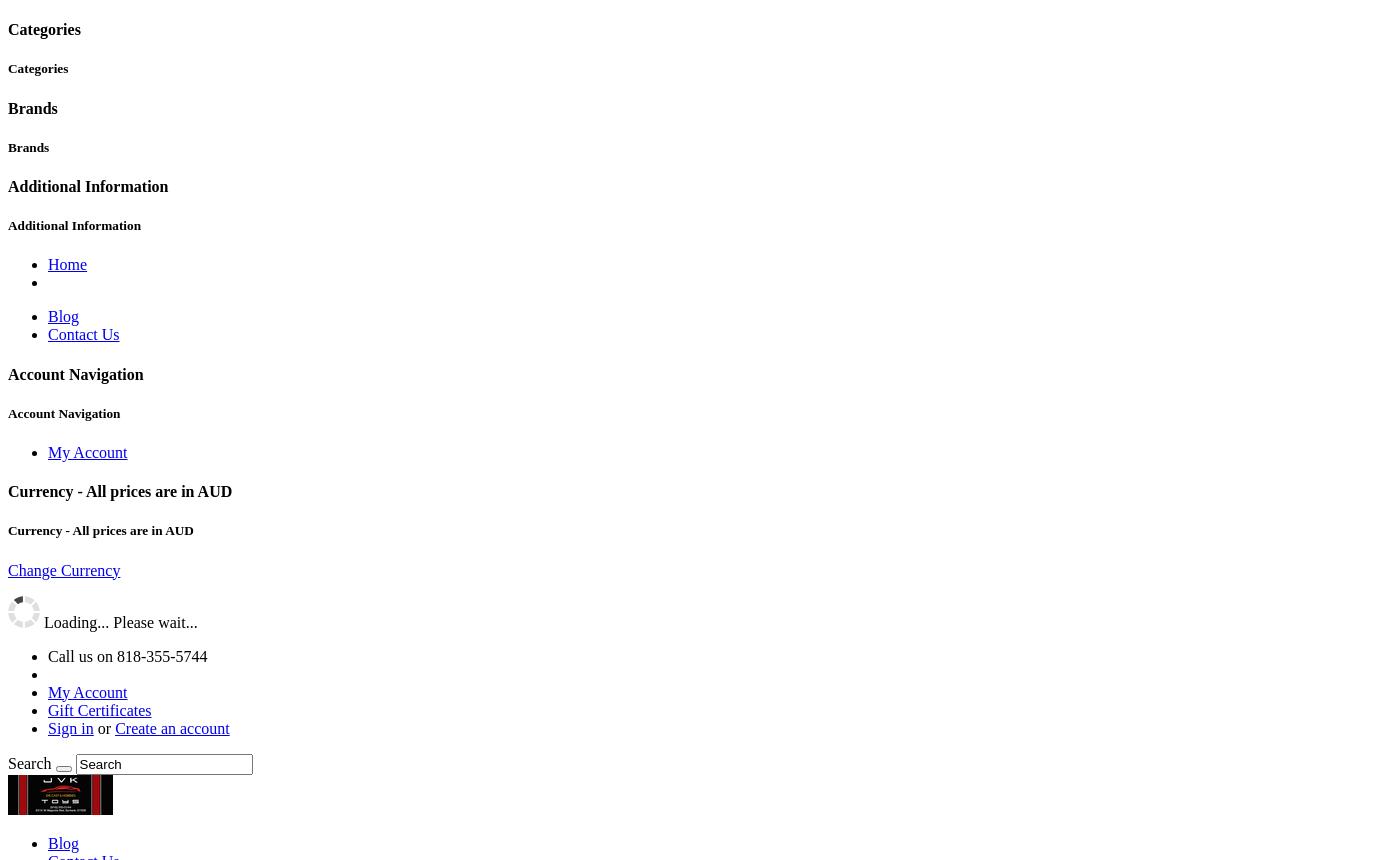  What do you see at coordinates (28, 762) in the screenshot?
I see `'Search'` at bounding box center [28, 762].